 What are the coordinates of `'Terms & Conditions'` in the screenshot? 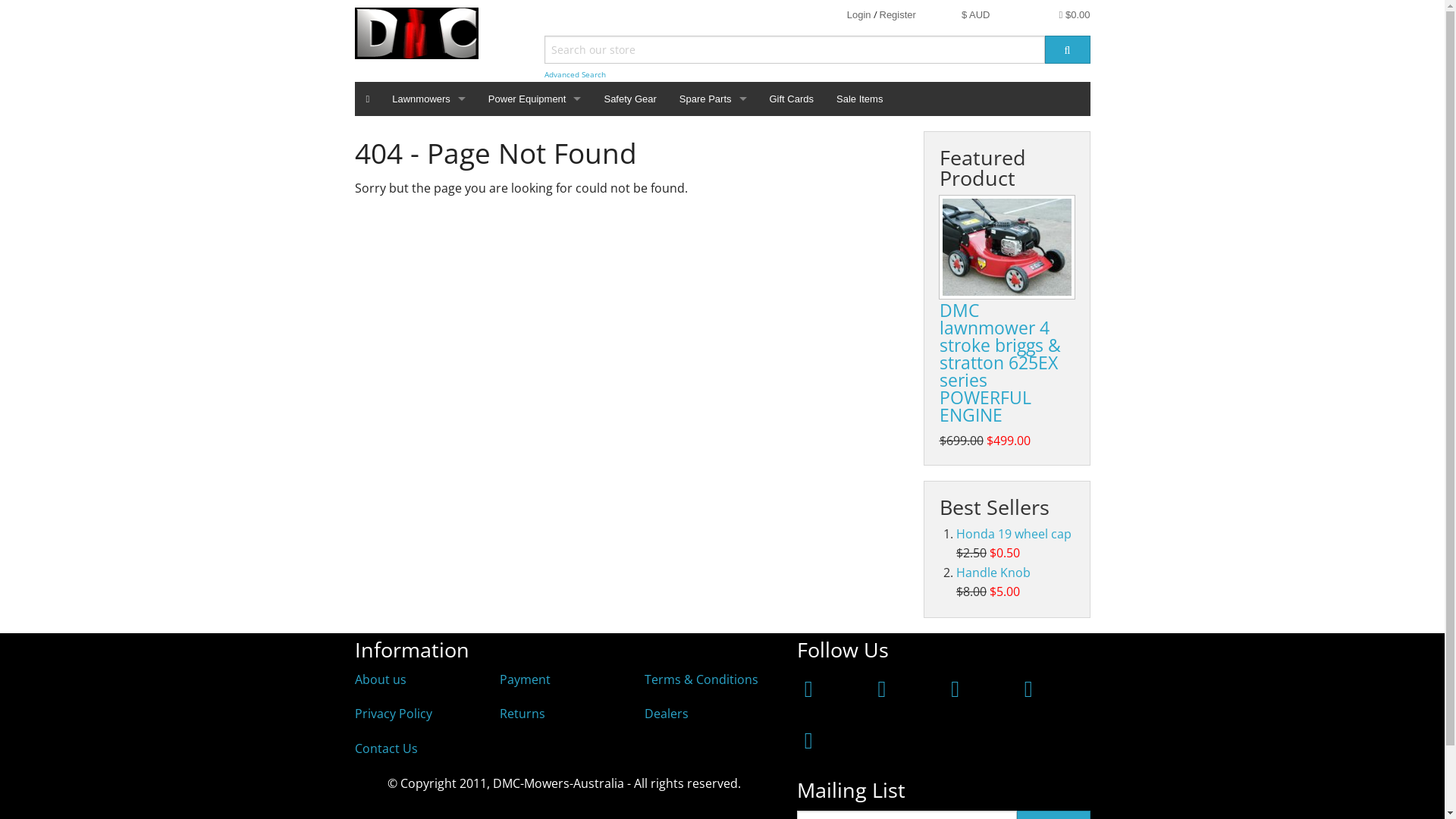 It's located at (701, 678).